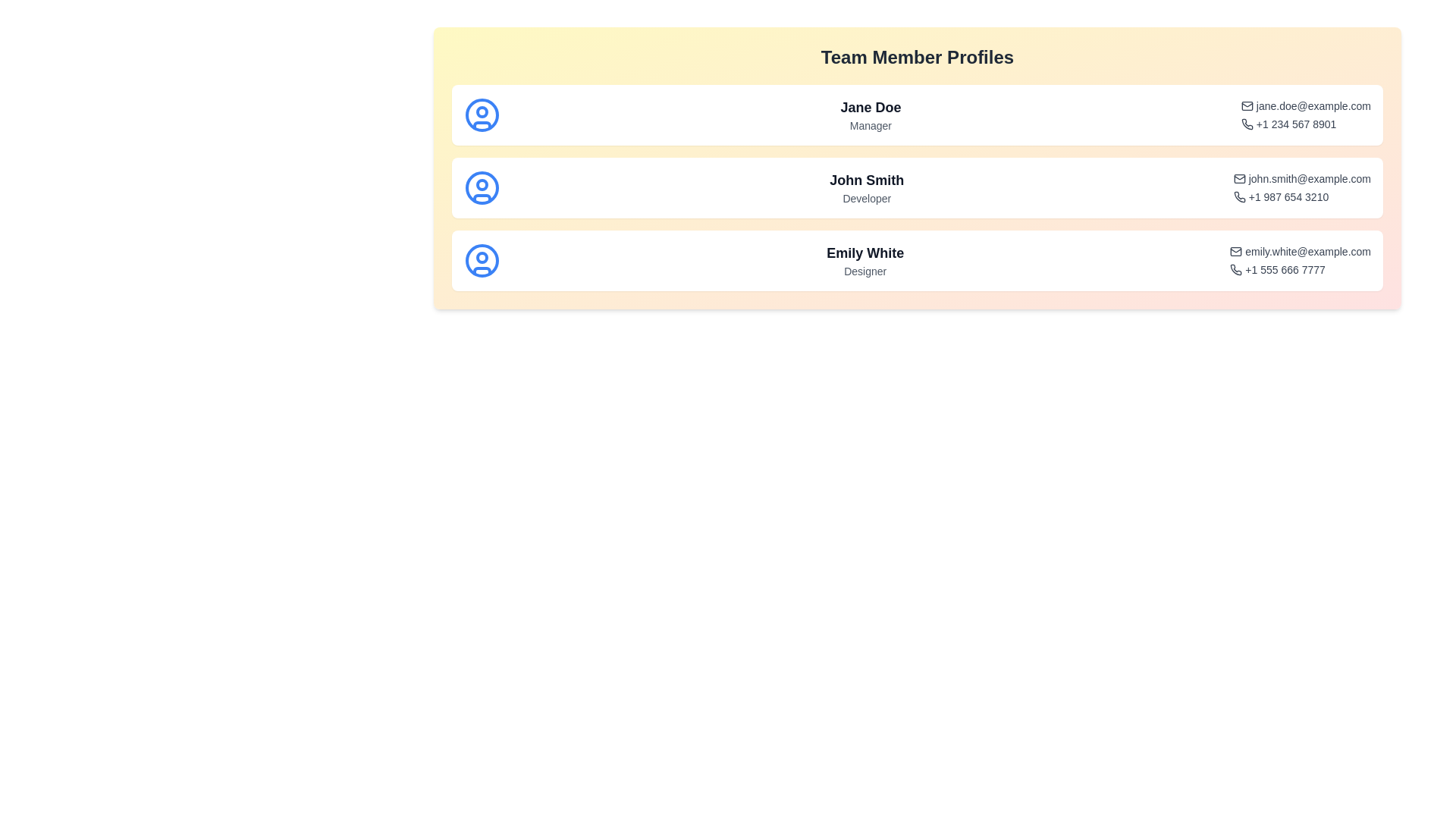  Describe the element at coordinates (916, 259) in the screenshot. I see `the profile of Emily White` at that location.